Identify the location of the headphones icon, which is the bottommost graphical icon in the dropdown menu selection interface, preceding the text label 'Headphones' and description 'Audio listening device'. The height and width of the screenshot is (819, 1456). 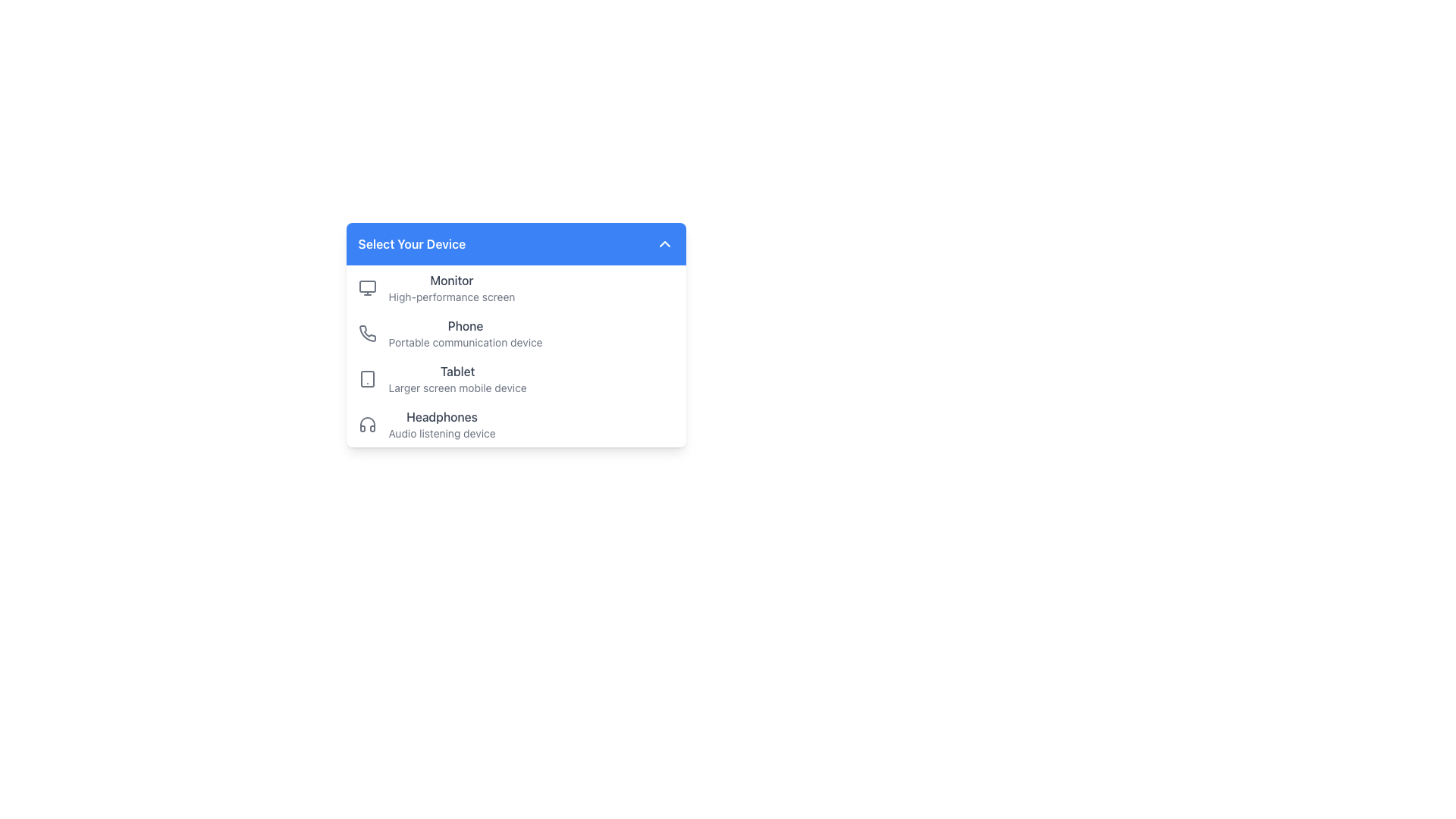
(367, 424).